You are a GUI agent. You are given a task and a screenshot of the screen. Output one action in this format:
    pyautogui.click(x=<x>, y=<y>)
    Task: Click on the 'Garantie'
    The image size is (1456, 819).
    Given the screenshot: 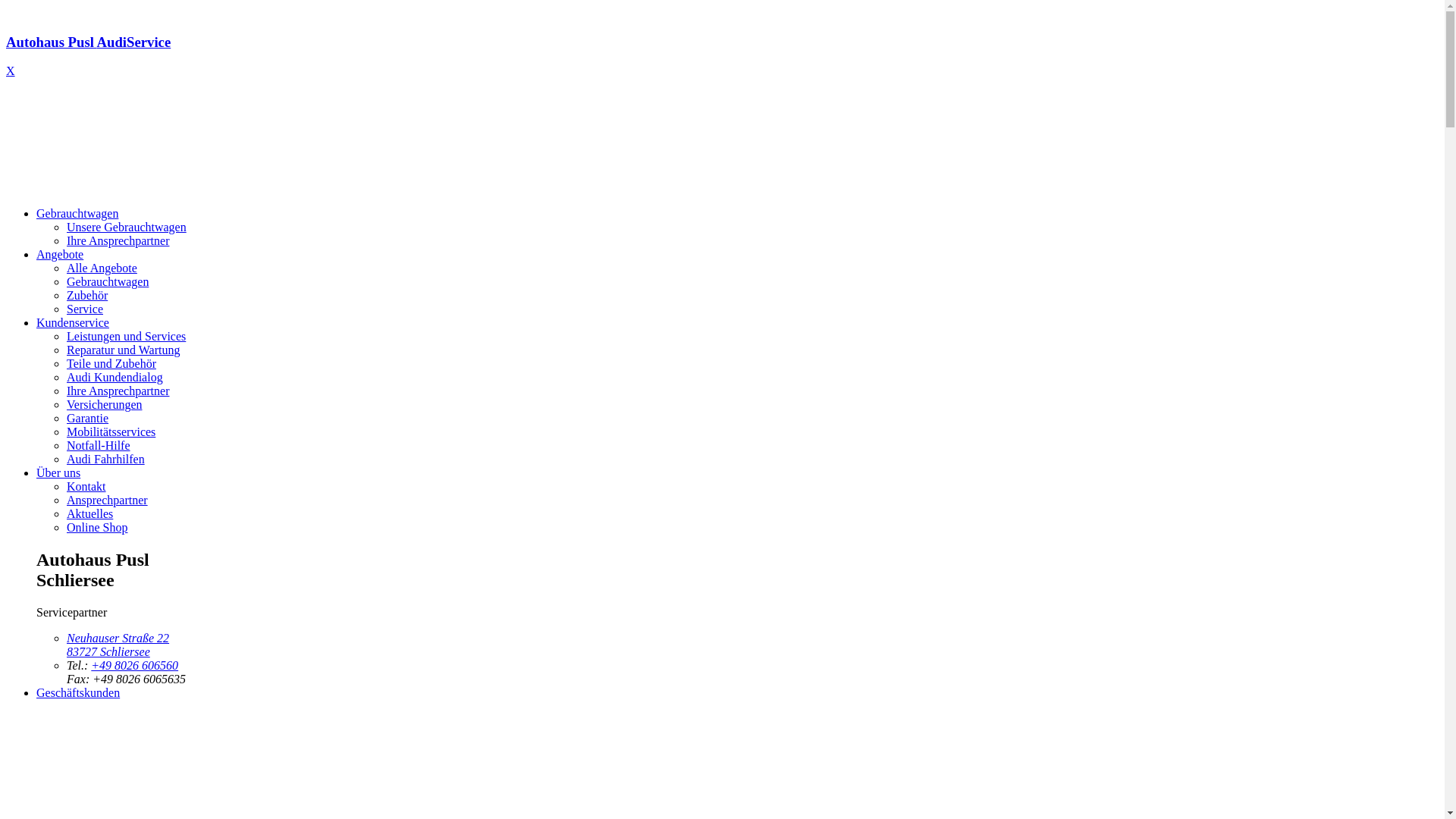 What is the action you would take?
    pyautogui.click(x=86, y=418)
    